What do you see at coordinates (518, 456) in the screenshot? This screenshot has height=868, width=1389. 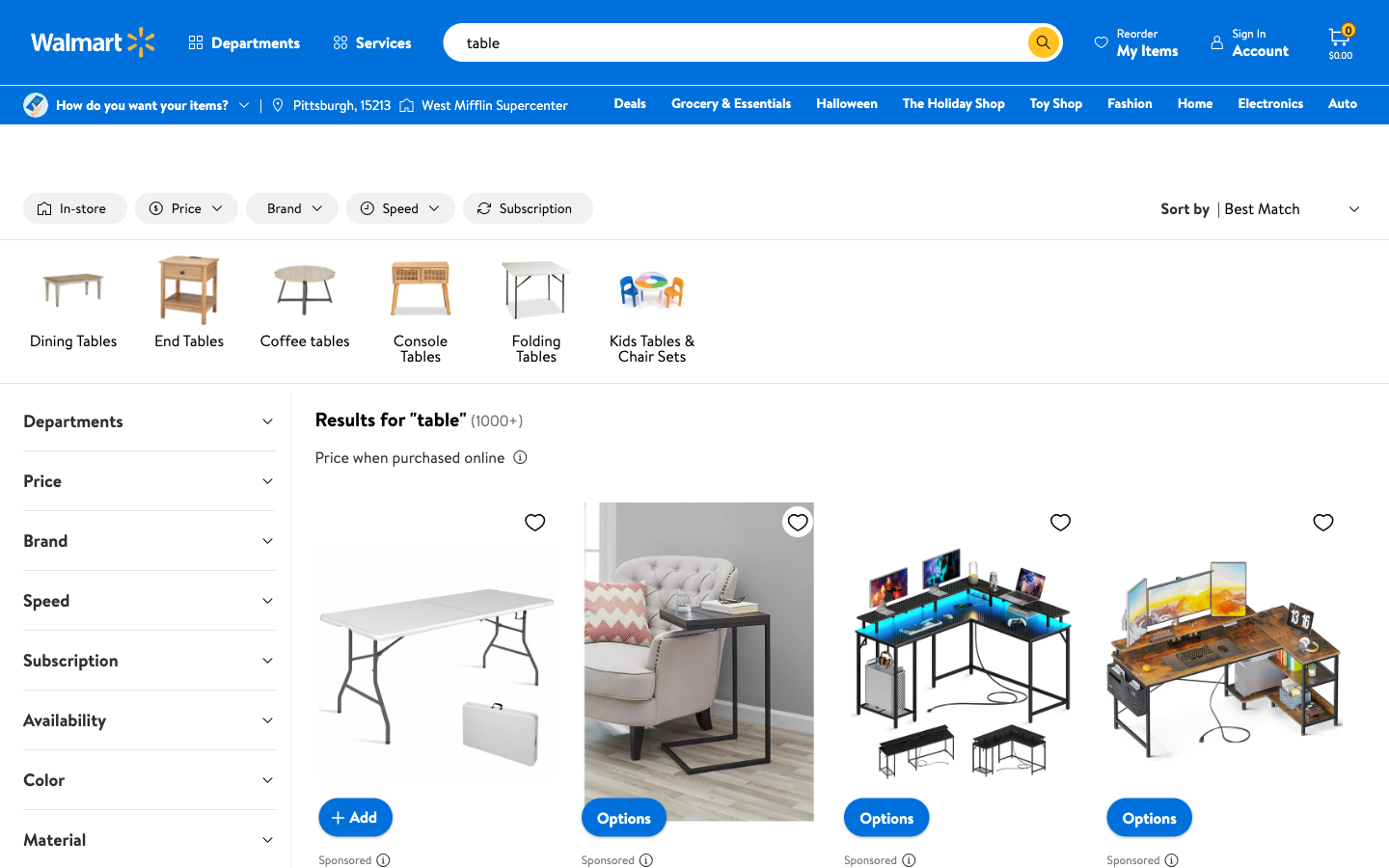 I see `the price information modal` at bounding box center [518, 456].